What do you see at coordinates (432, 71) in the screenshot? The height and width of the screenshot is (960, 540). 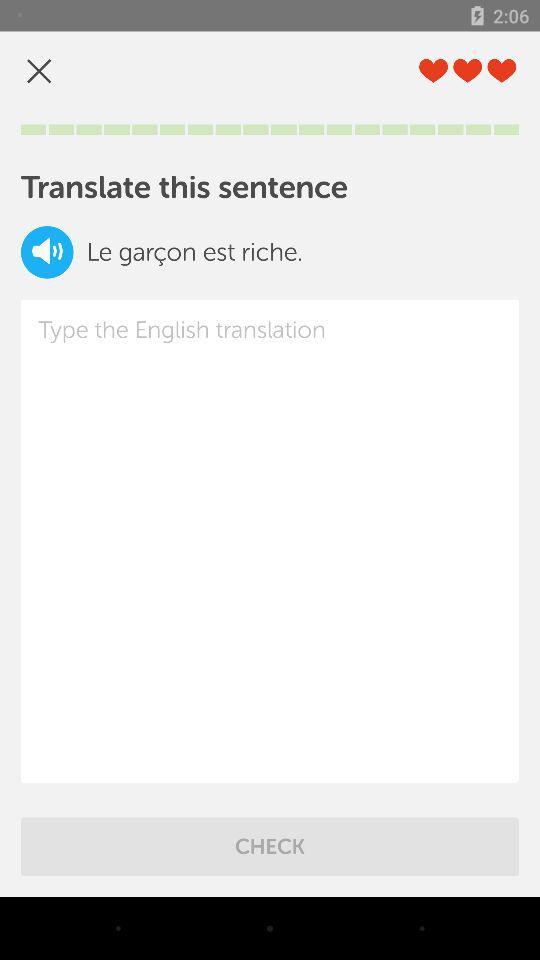 I see `the first love icon` at bounding box center [432, 71].